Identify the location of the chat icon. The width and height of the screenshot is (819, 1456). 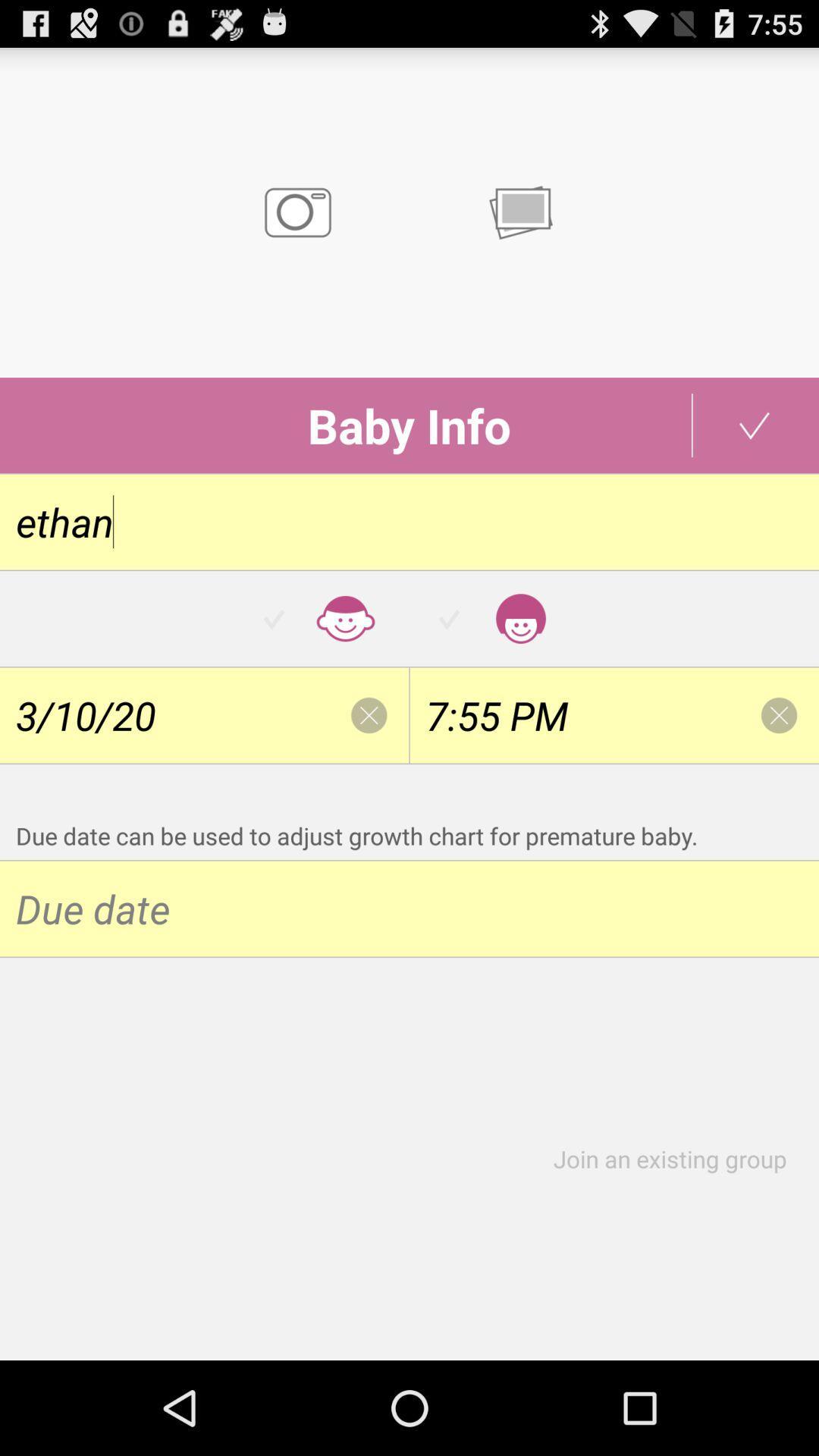
(519, 227).